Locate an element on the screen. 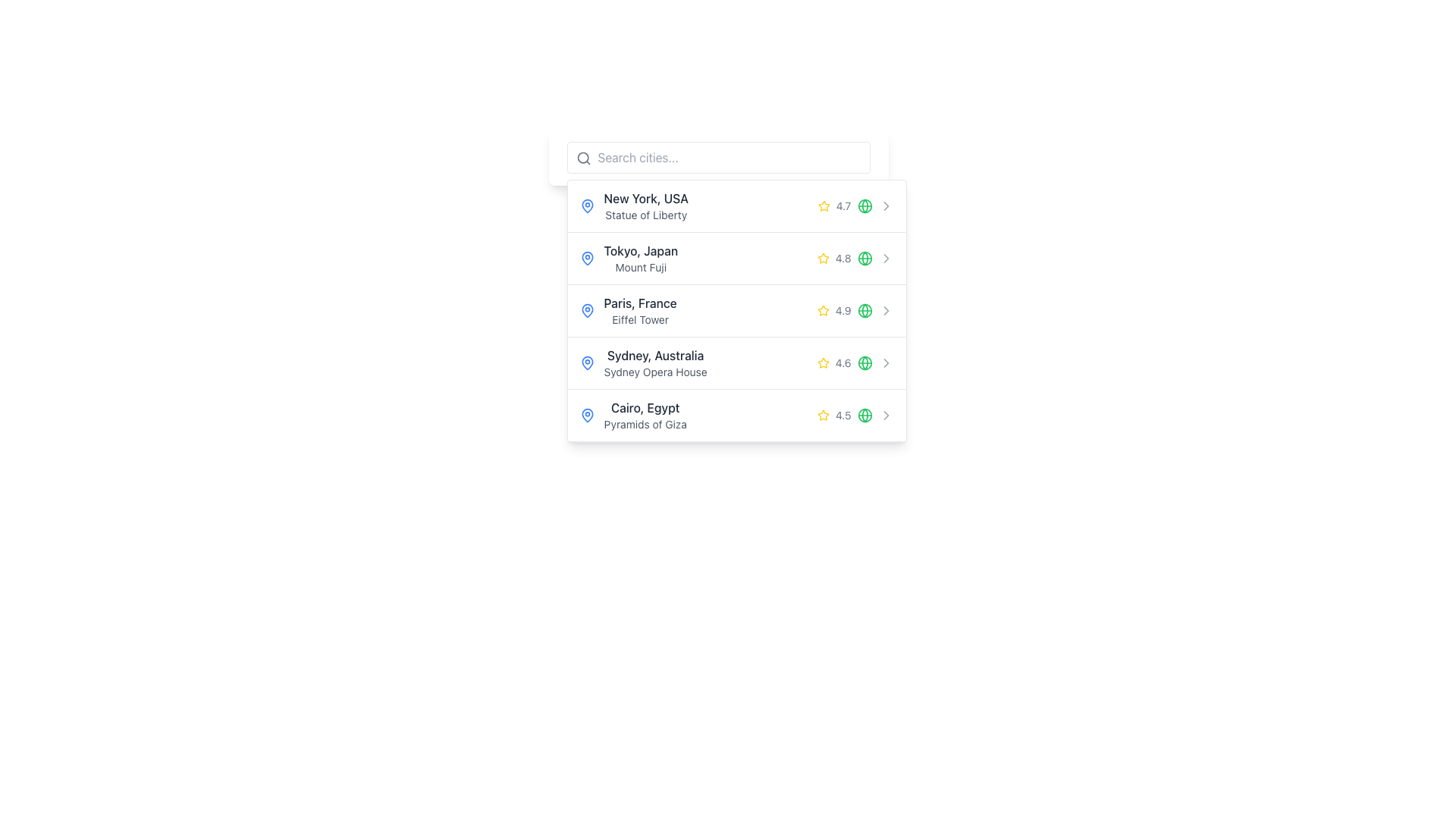 This screenshot has height=819, width=1456. the globe icon located at the end of the list item for 'Tokyo, Japan' is located at coordinates (864, 257).